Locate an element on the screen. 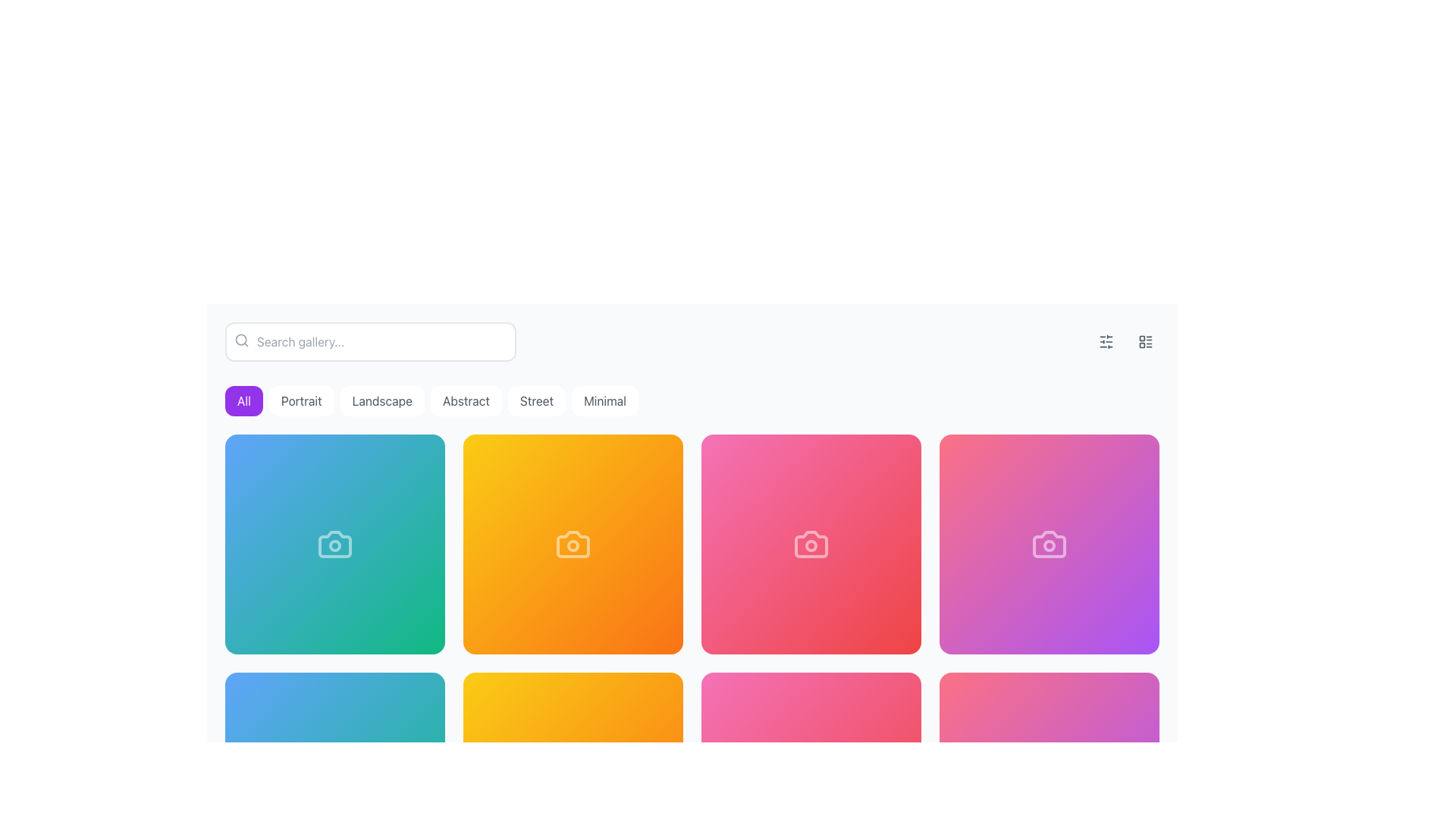 This screenshot has height=819, width=1456. small white outlined circle located centrally within the camera icon on the yellow-orange gradient background using developer tools is located at coordinates (572, 546).